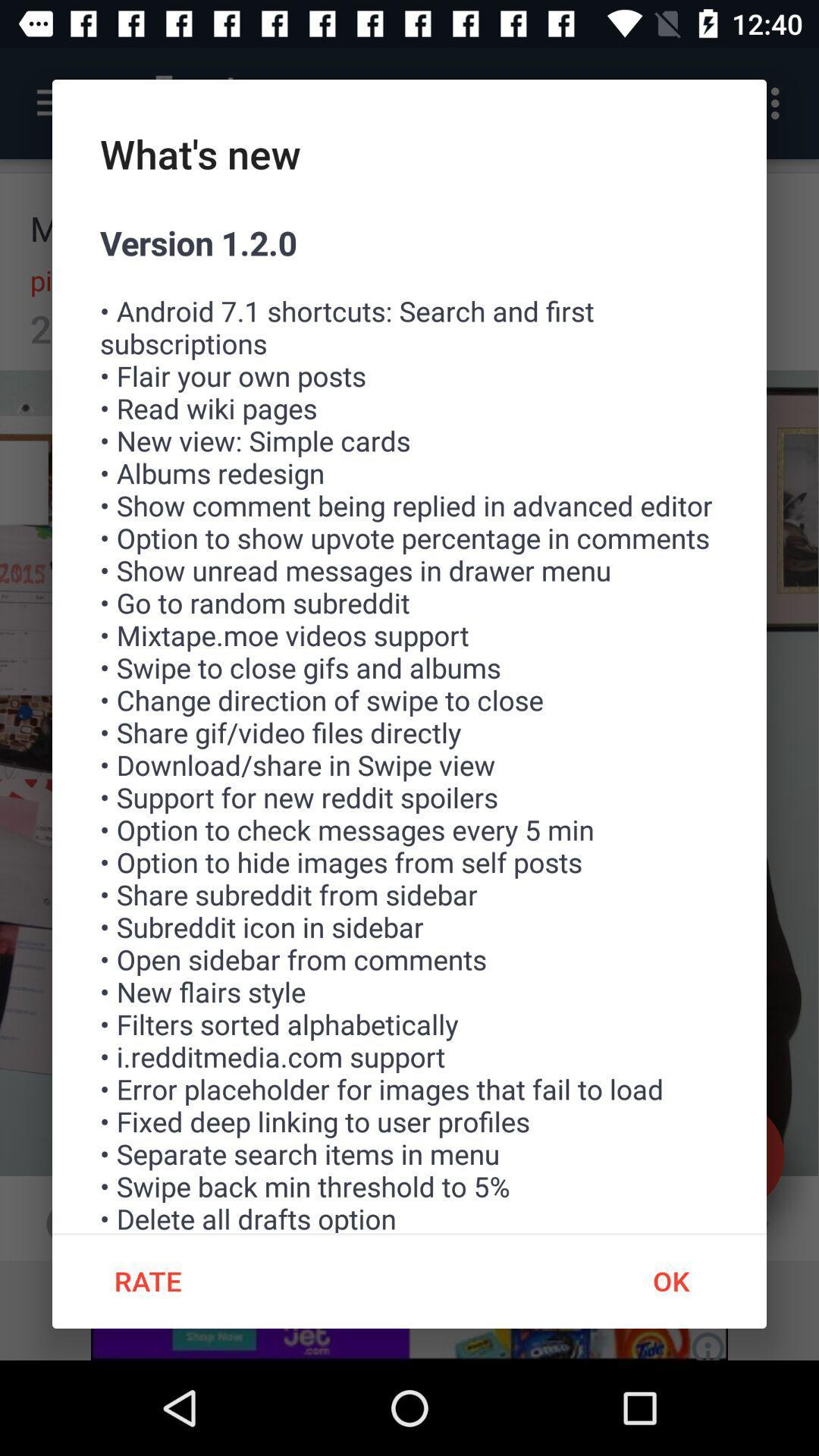 This screenshot has width=819, height=1456. Describe the element at coordinates (670, 1280) in the screenshot. I see `the ok icon` at that location.